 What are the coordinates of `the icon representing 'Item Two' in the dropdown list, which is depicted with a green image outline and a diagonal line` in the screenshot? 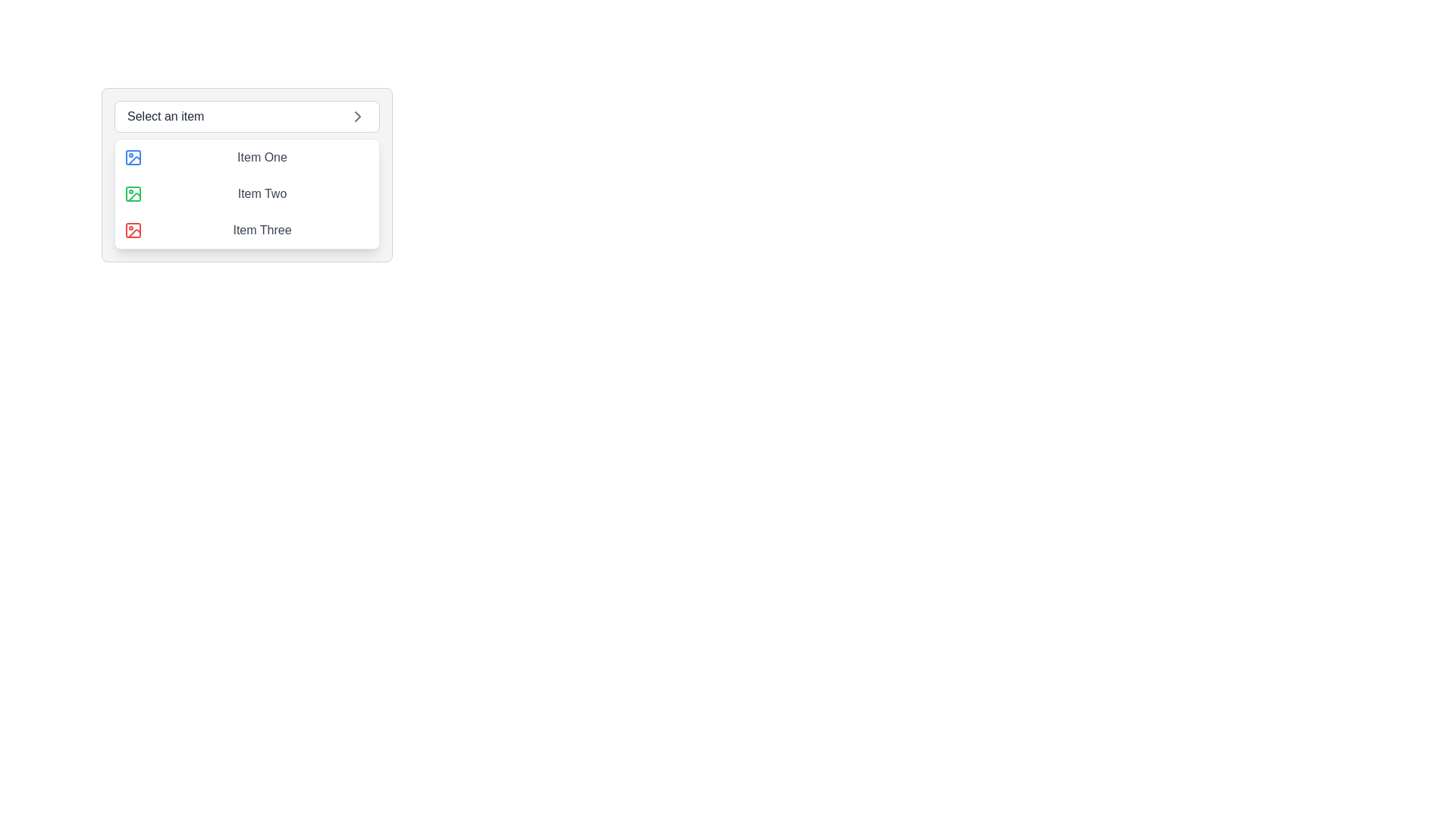 It's located at (133, 193).